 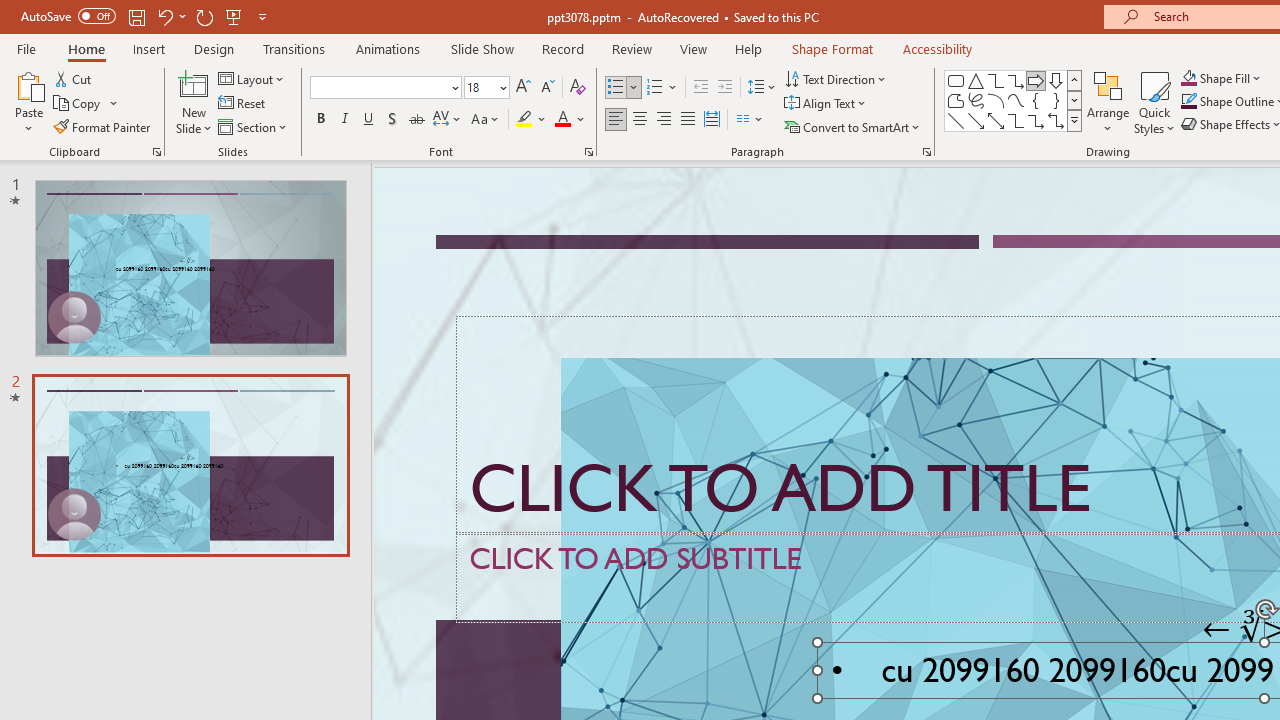 I want to click on 'Connector: Elbow Double-Arrow', so click(x=1055, y=120).